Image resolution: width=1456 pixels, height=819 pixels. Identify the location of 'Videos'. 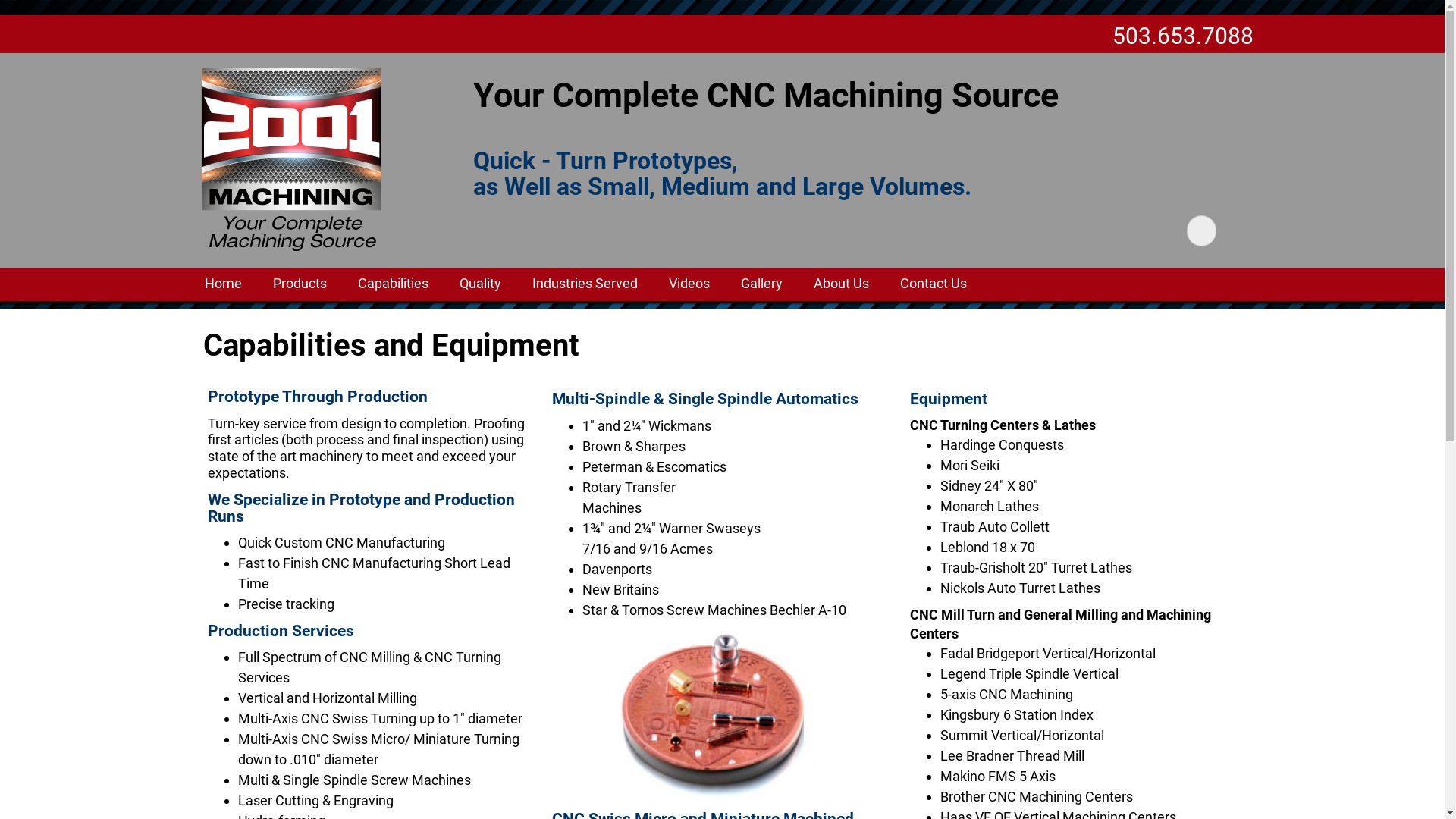
(688, 284).